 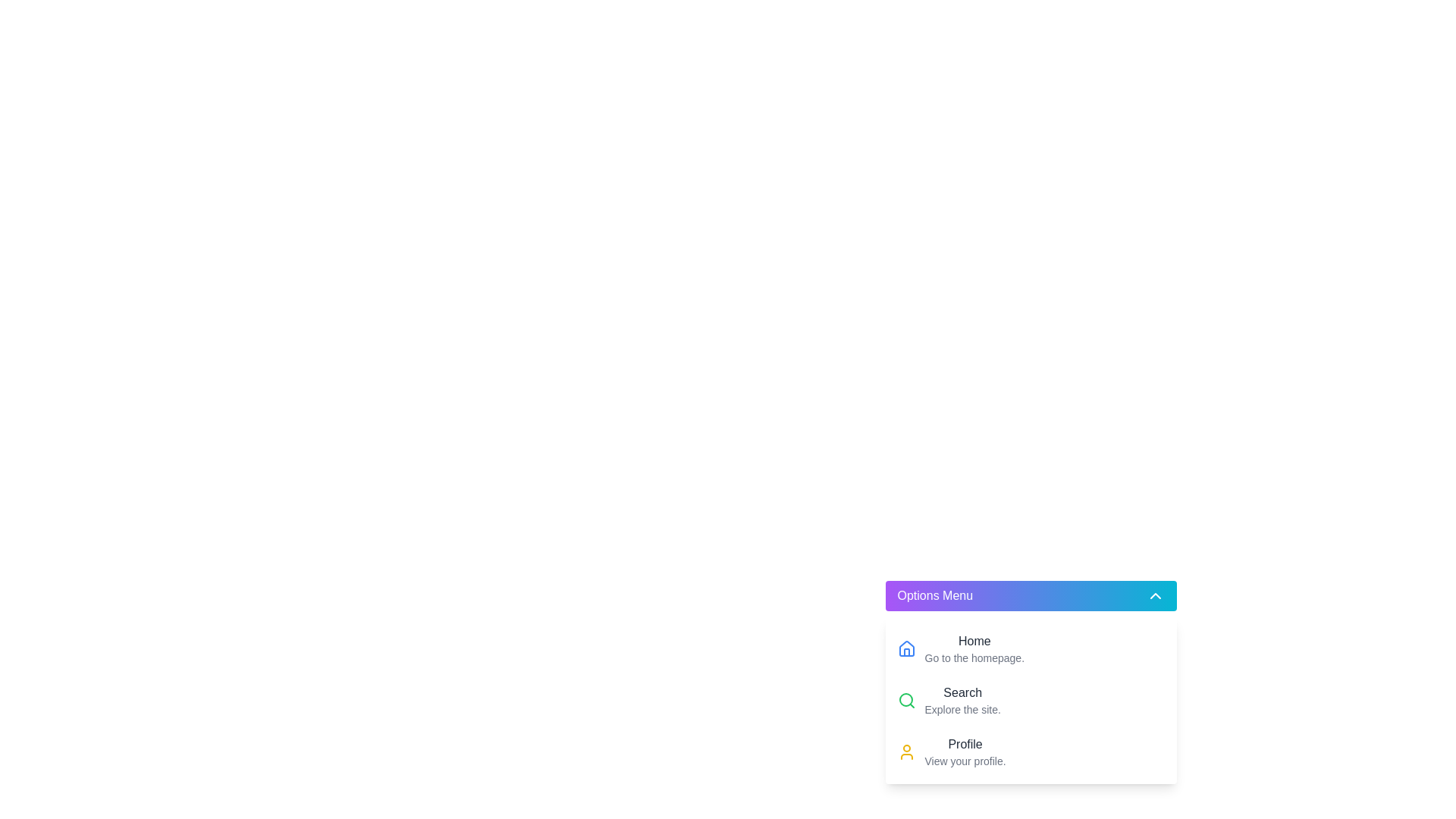 What do you see at coordinates (1154, 595) in the screenshot?
I see `the chevron icon button at the right end of the 'Options Menu' button` at bounding box center [1154, 595].